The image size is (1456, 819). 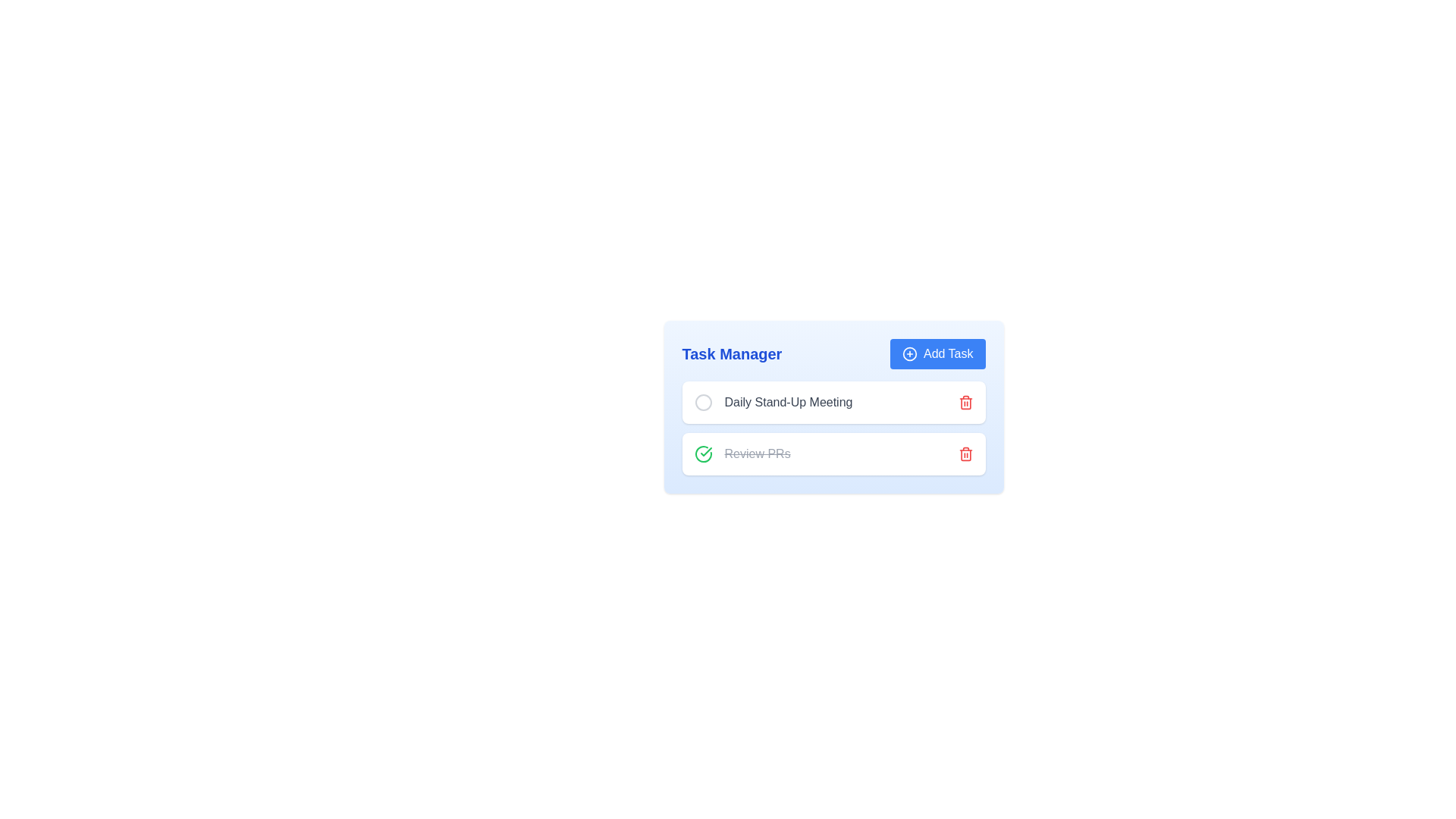 What do you see at coordinates (910, 353) in the screenshot?
I see `the blue circular icon with a plus symbol inside, located to the left of the 'Add Task' button in the top-right portion of the task management interface` at bounding box center [910, 353].